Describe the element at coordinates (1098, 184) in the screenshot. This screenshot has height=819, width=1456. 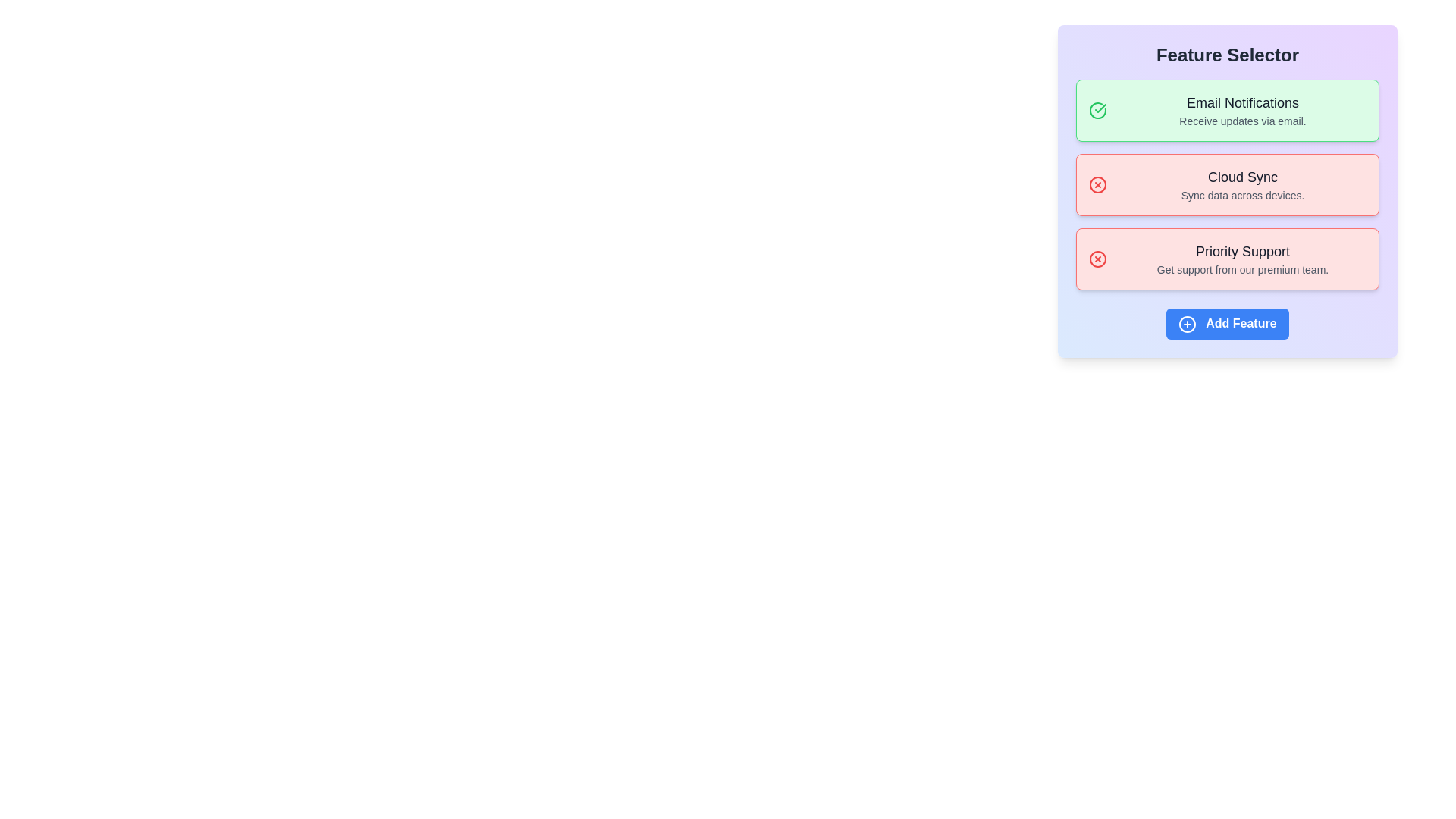
I see `the SVG circle element that indicates the state of the 'Cloud Sync' feature, located to the left of the 'Cloud Sync' text in the feature selection panel` at that location.